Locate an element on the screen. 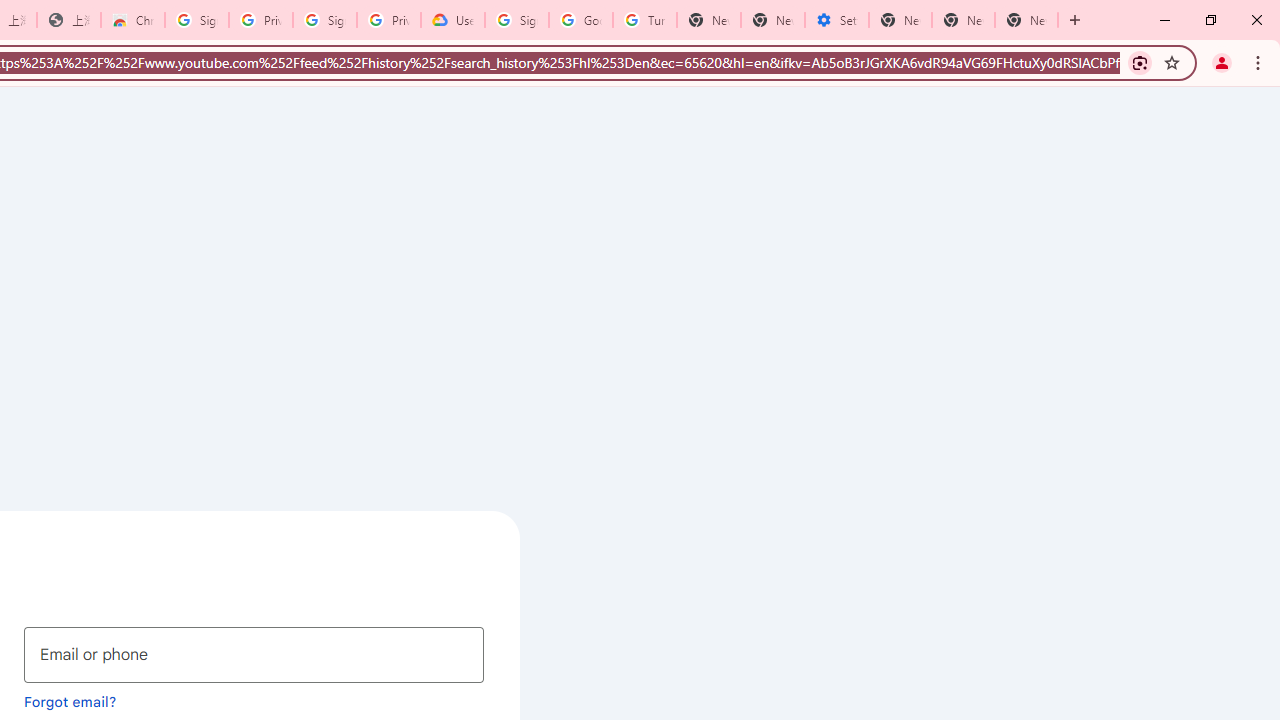  'Turn cookies on or off - Computer - Google Account Help' is located at coordinates (645, 20).